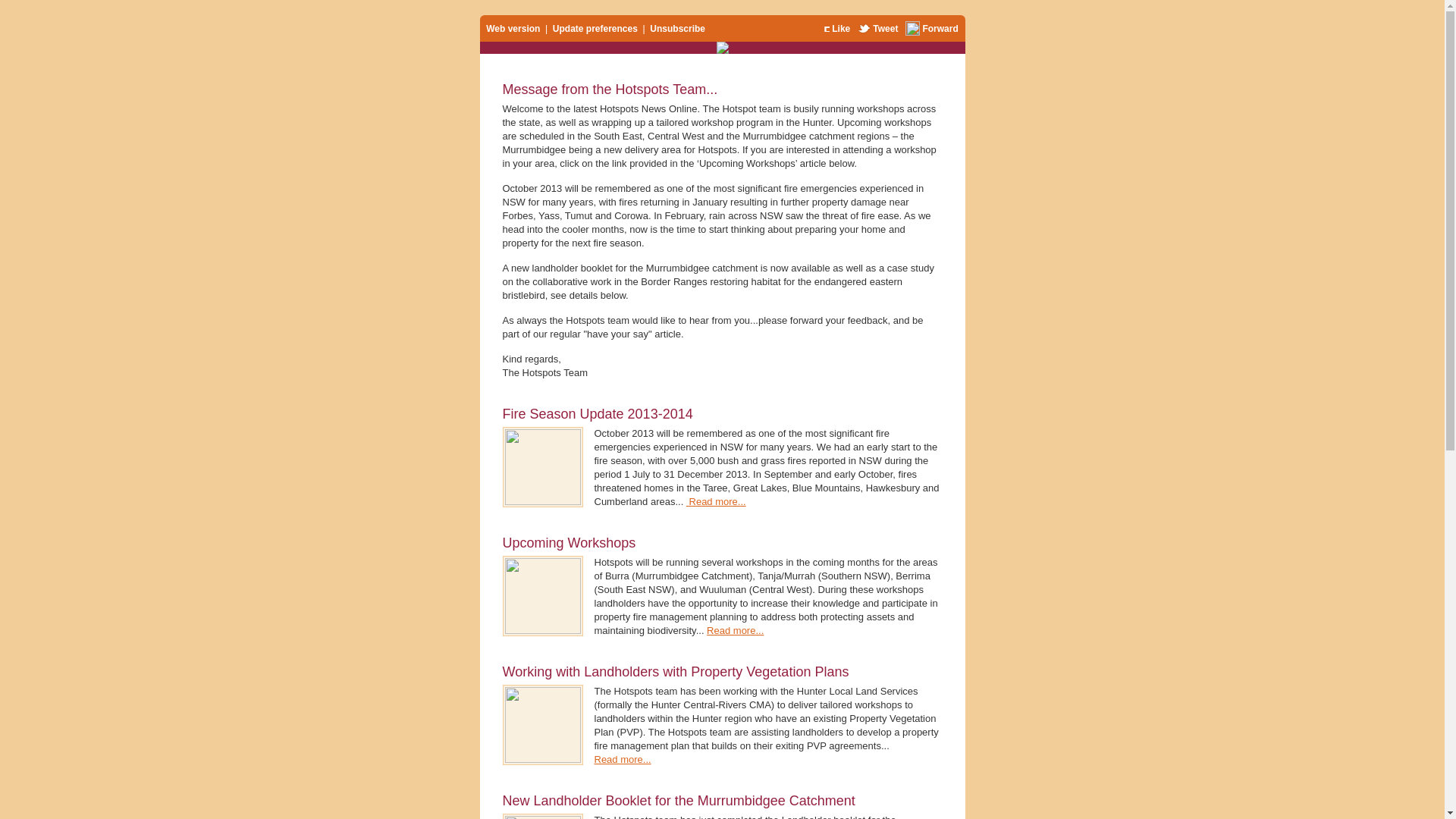 This screenshot has width=1456, height=819. I want to click on 'Fire Season Update 2013-2014', so click(502, 414).